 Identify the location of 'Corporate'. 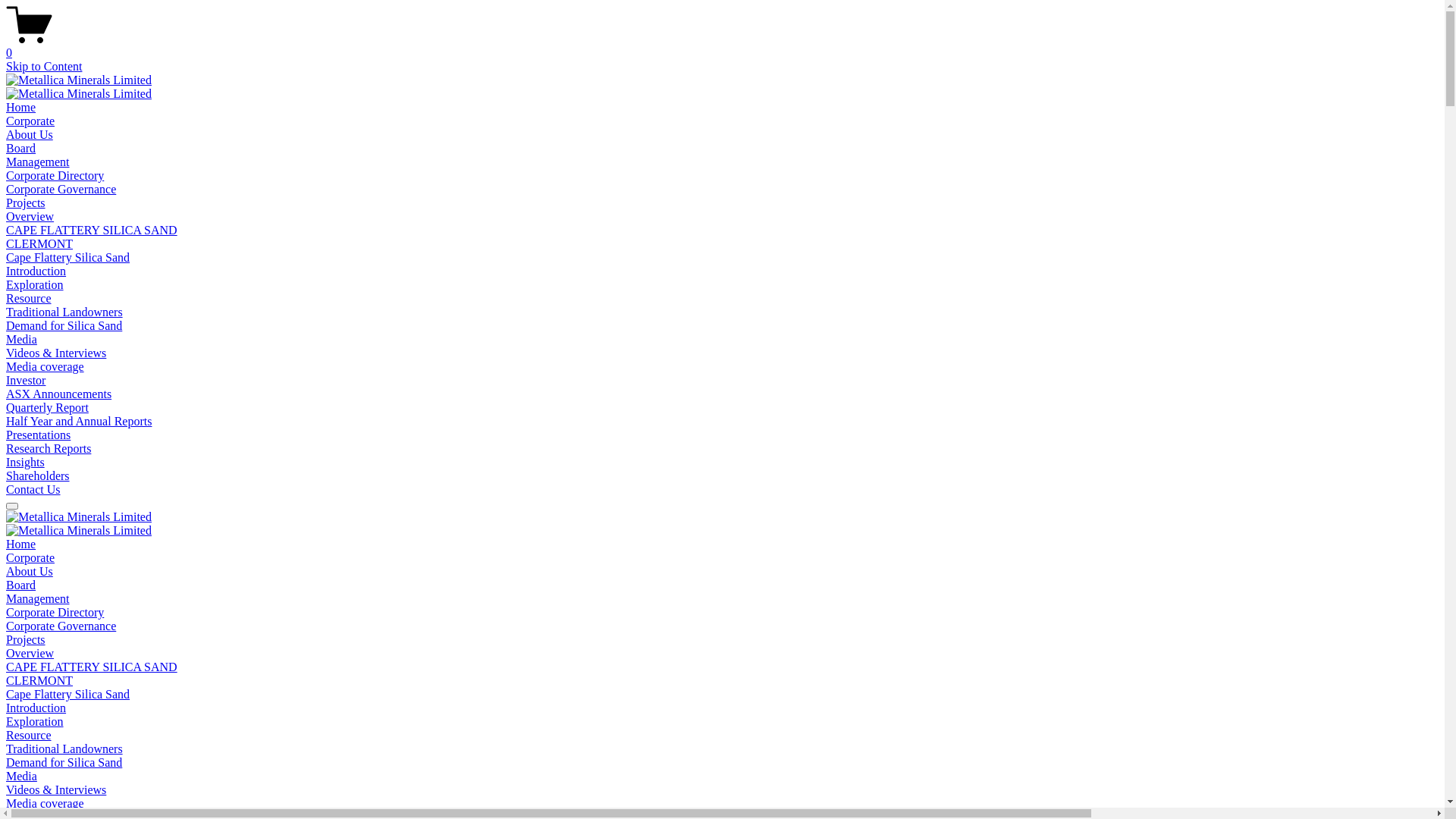
(30, 120).